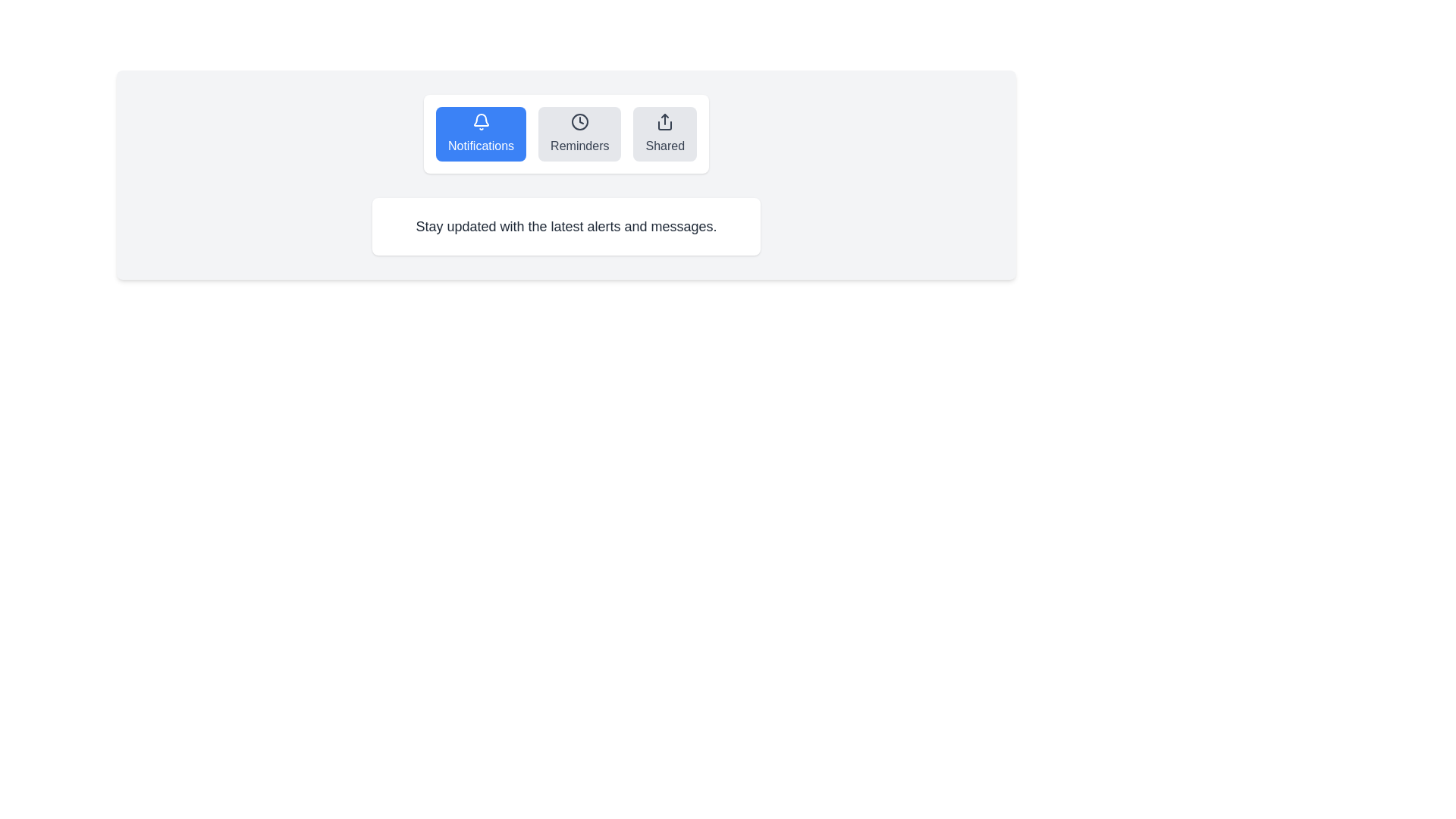  Describe the element at coordinates (665, 133) in the screenshot. I see `the tab labeled Shared to view its content` at that location.